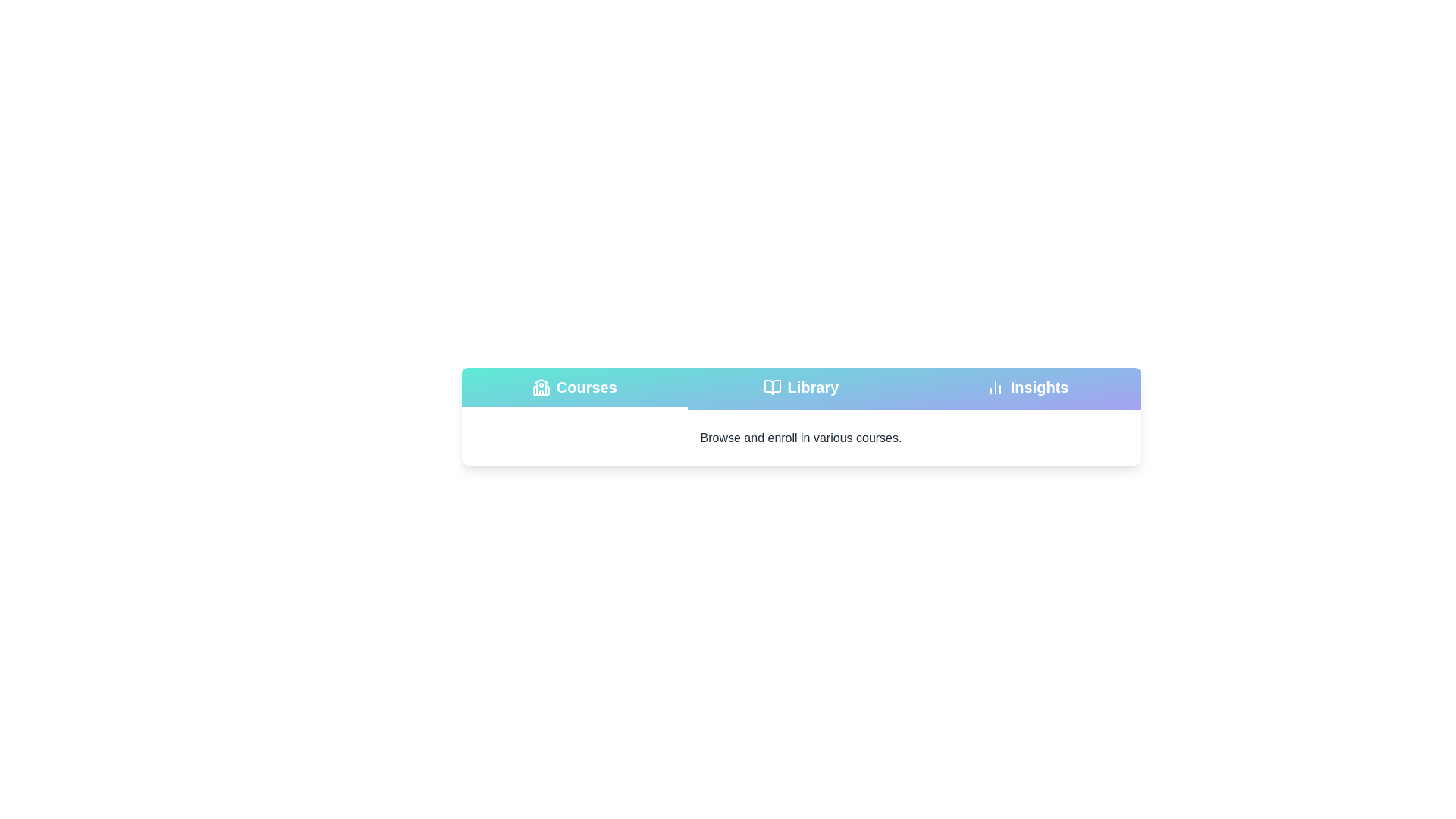 The image size is (1456, 819). Describe the element at coordinates (772, 386) in the screenshot. I see `the tab icon for Library` at that location.